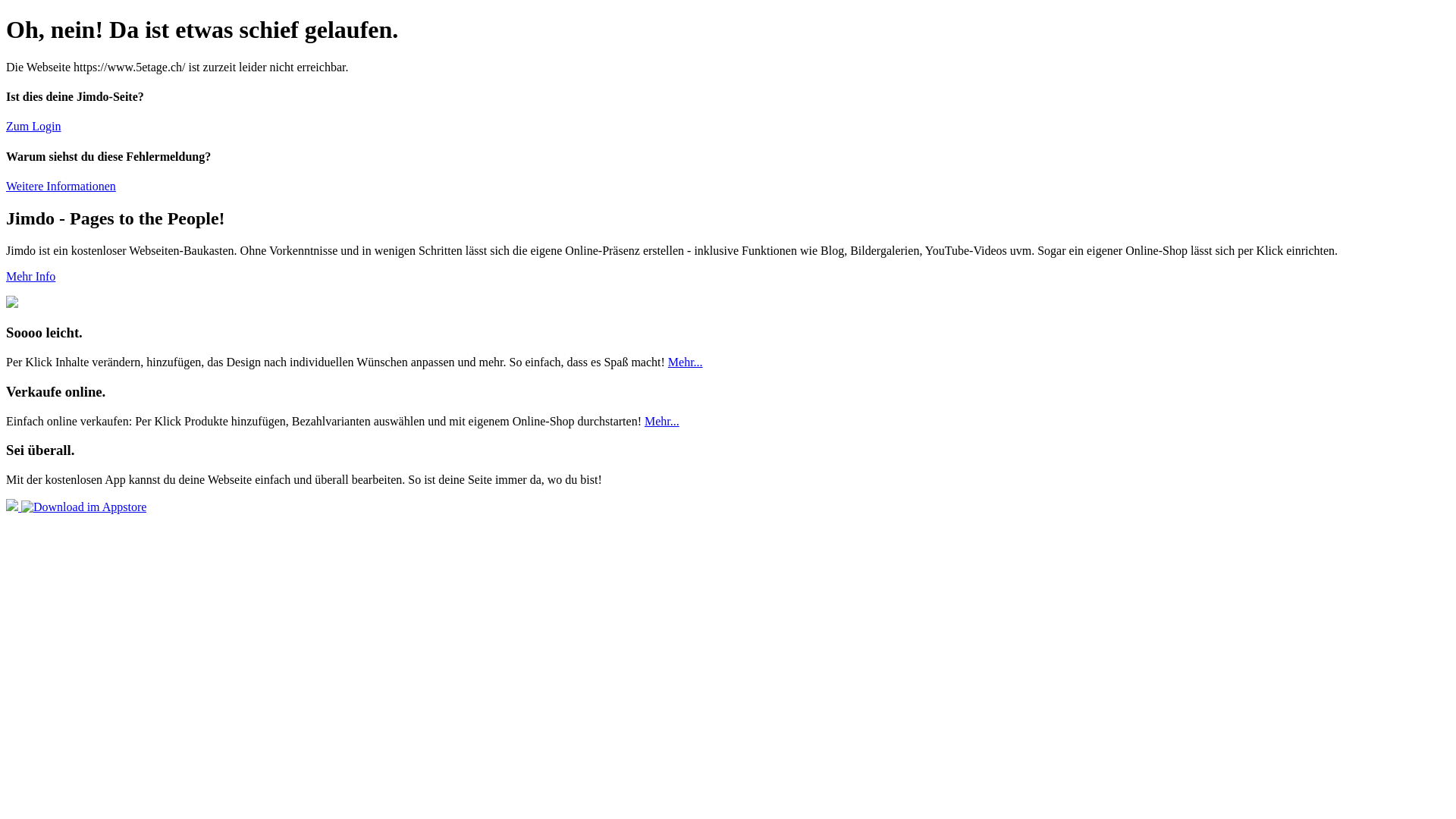 Image resolution: width=1456 pixels, height=819 pixels. What do you see at coordinates (644, 421) in the screenshot?
I see `'Mehr...'` at bounding box center [644, 421].